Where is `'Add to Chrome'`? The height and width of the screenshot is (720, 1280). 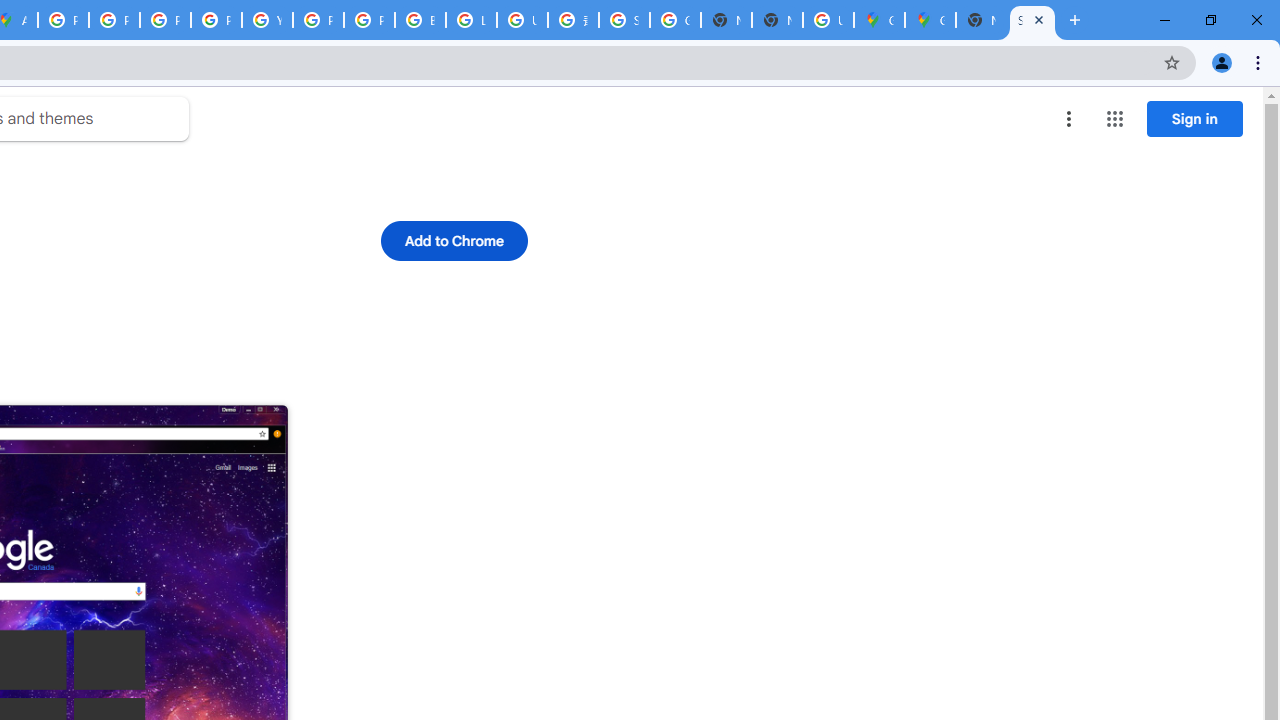 'Add to Chrome' is located at coordinates (452, 239).